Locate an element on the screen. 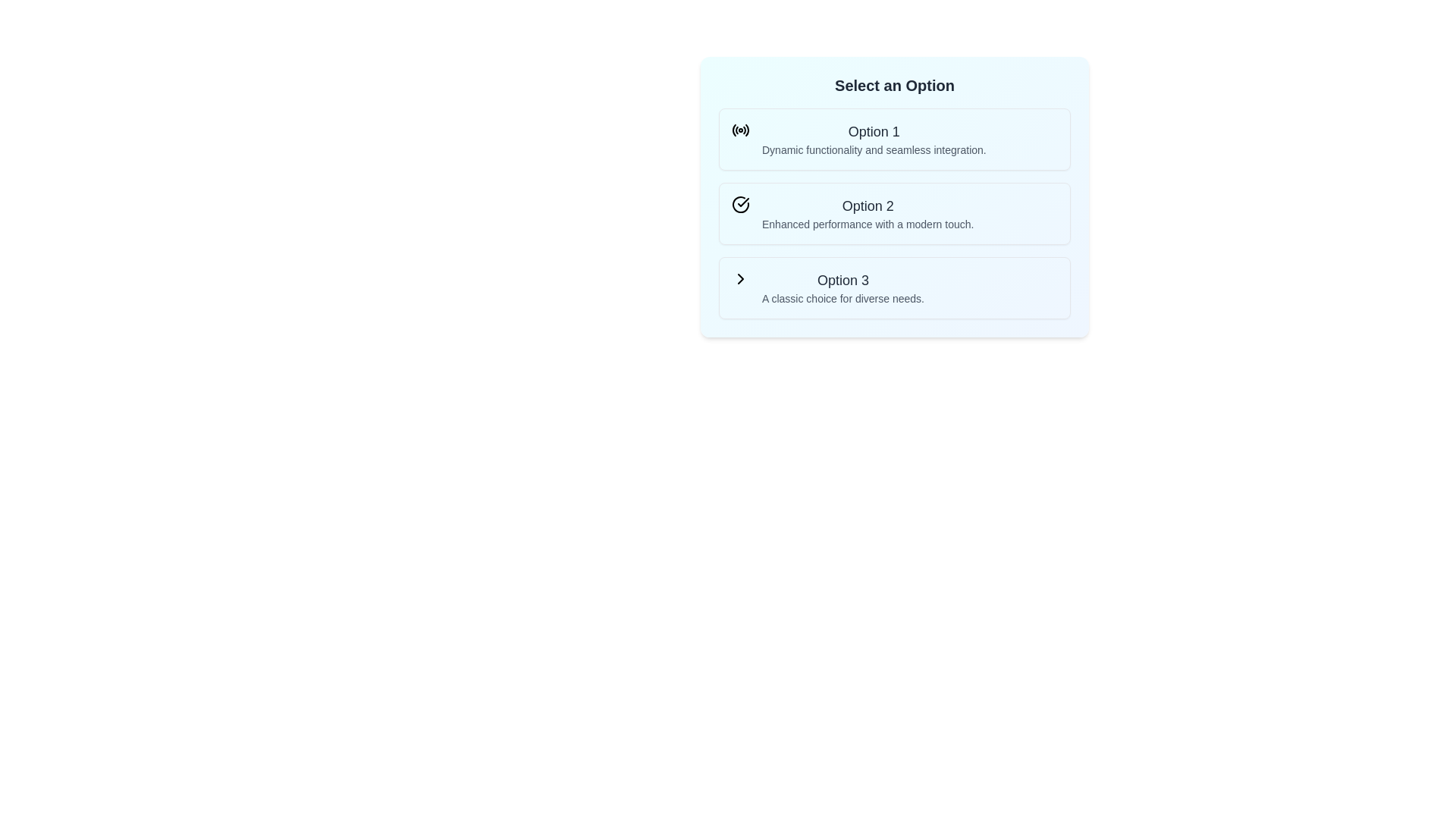 Image resolution: width=1456 pixels, height=819 pixels. the static text label displaying 'Option 1', which is located at the top of the interface under the heading 'Select an Option' is located at coordinates (874, 130).